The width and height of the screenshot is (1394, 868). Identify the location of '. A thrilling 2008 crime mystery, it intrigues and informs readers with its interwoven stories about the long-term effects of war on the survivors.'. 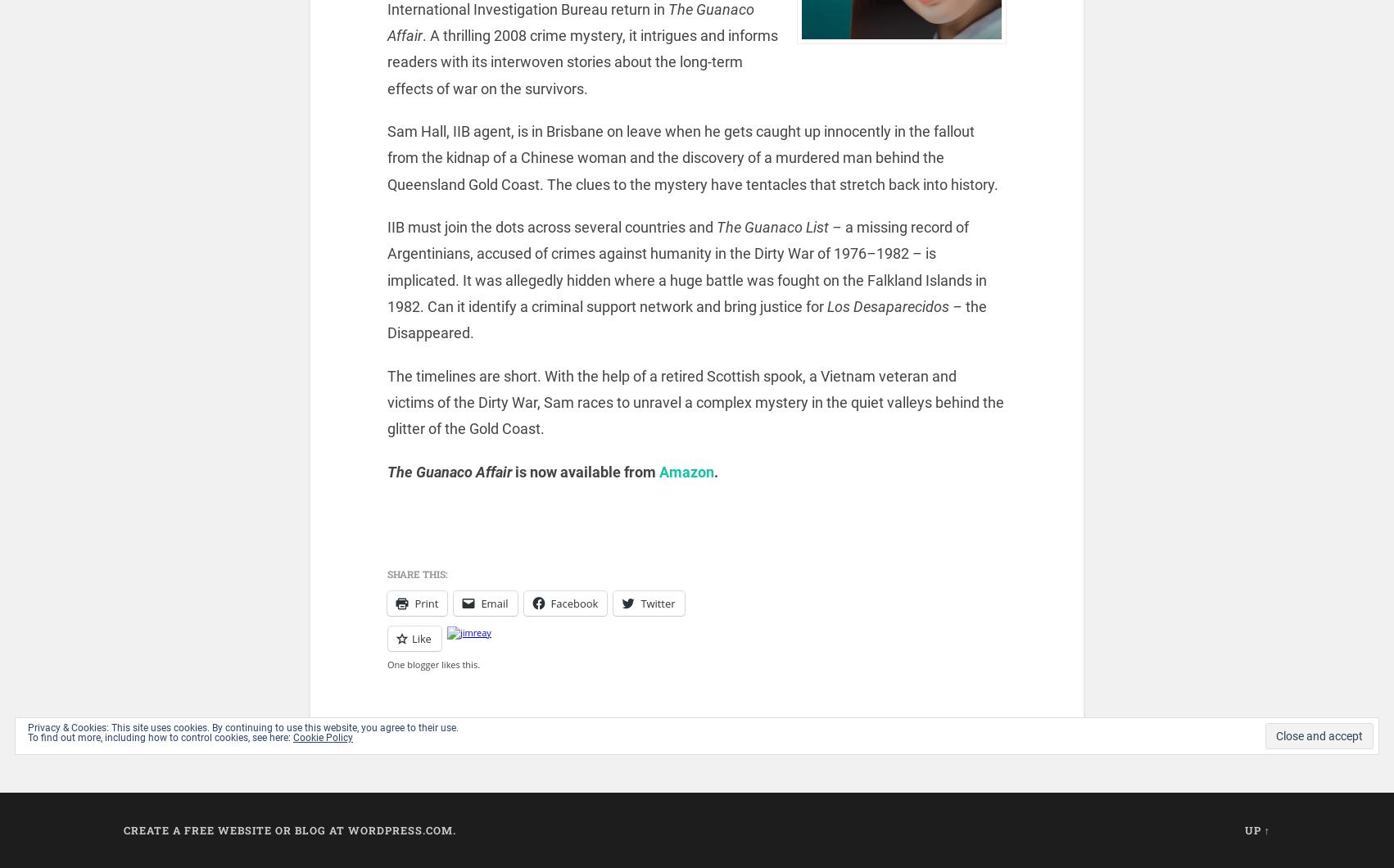
(582, 61).